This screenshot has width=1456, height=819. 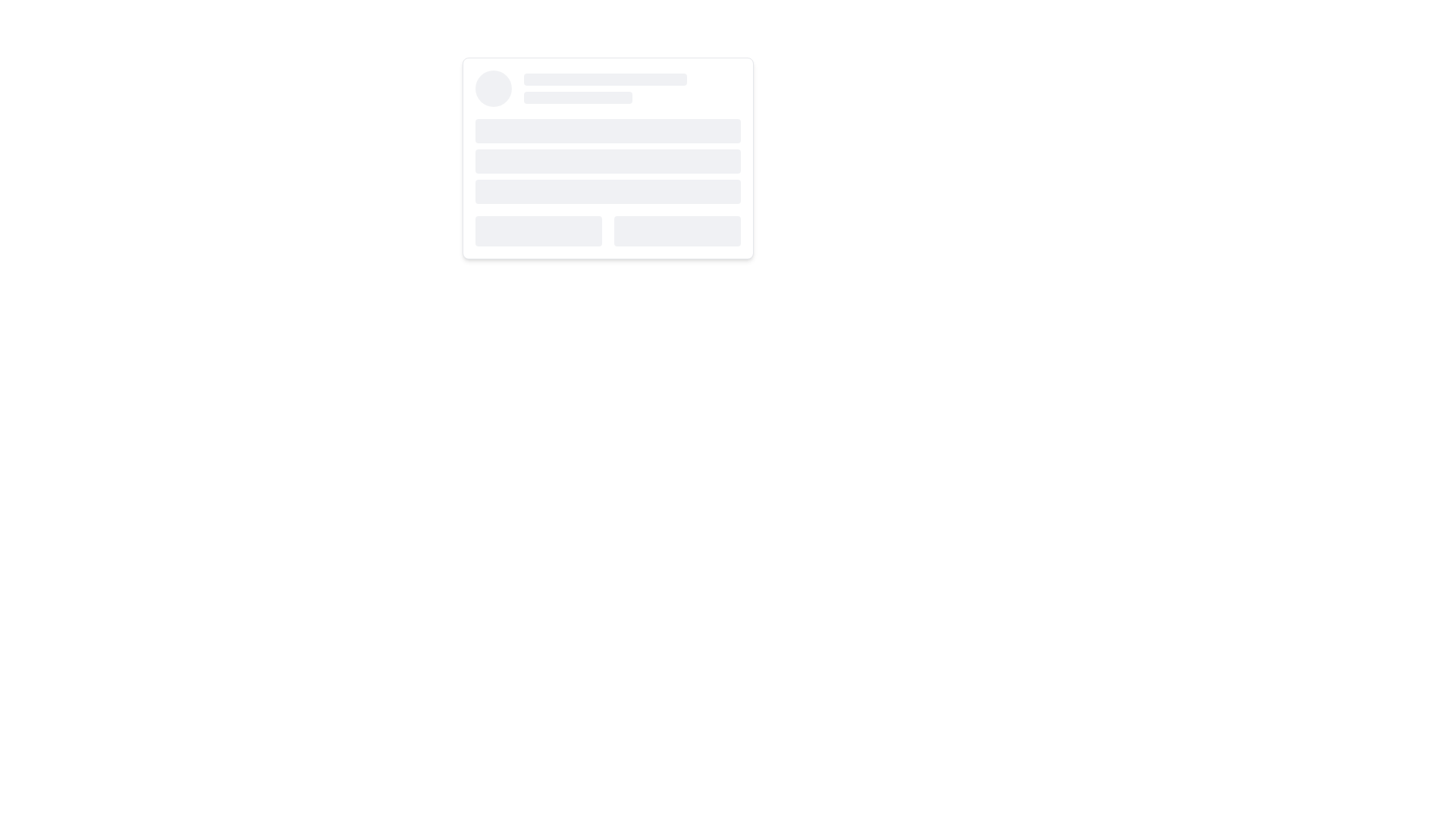 What do you see at coordinates (538, 231) in the screenshot?
I see `the loading placeholder or skeleton loader, which is the left component of two horizontally aligned rectangles located towards the bottom-center of the layout` at bounding box center [538, 231].